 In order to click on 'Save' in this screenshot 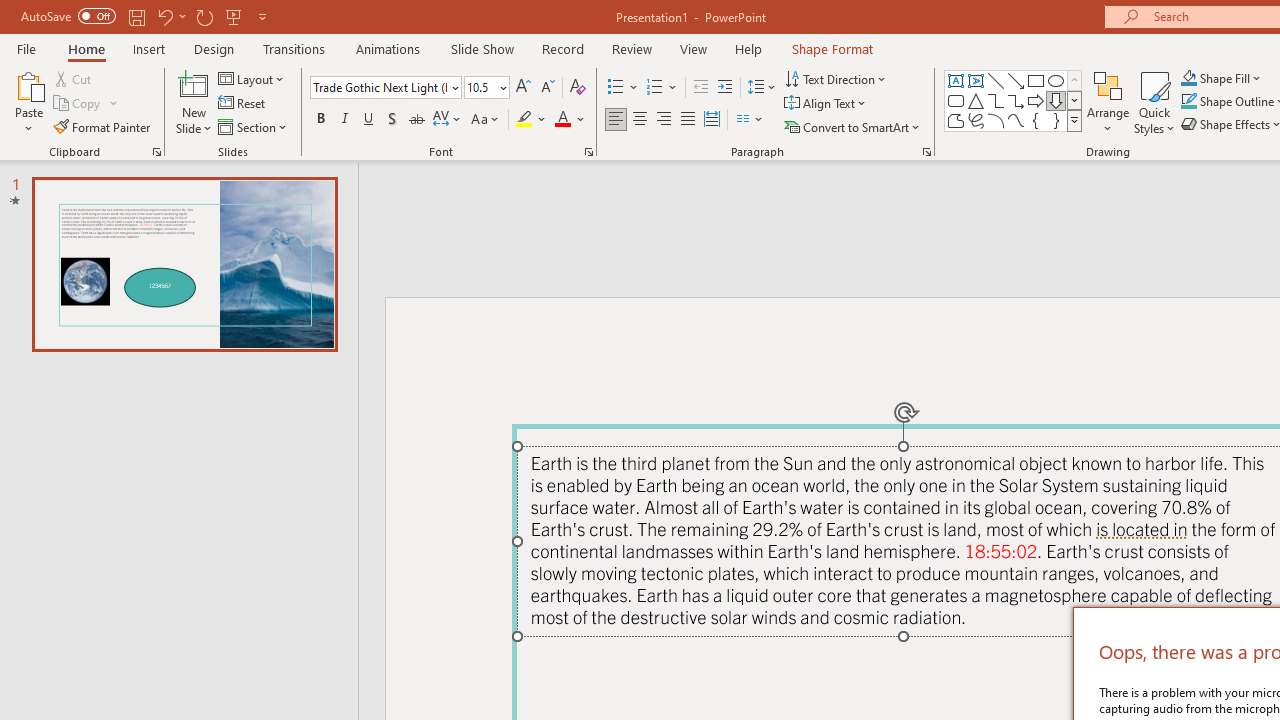, I will do `click(135, 16)`.